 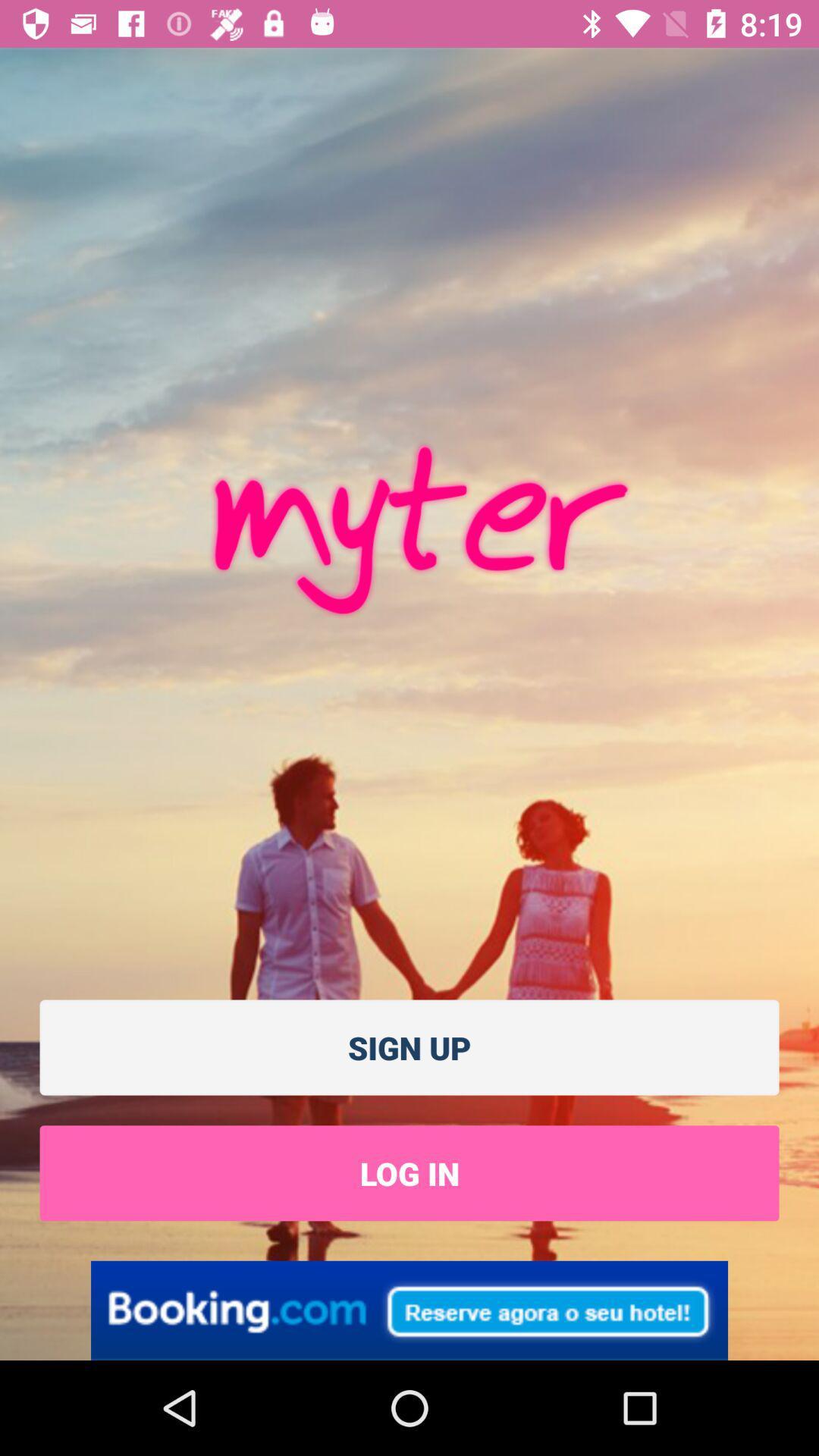 What do you see at coordinates (409, 1310) in the screenshot?
I see `click advertisement` at bounding box center [409, 1310].